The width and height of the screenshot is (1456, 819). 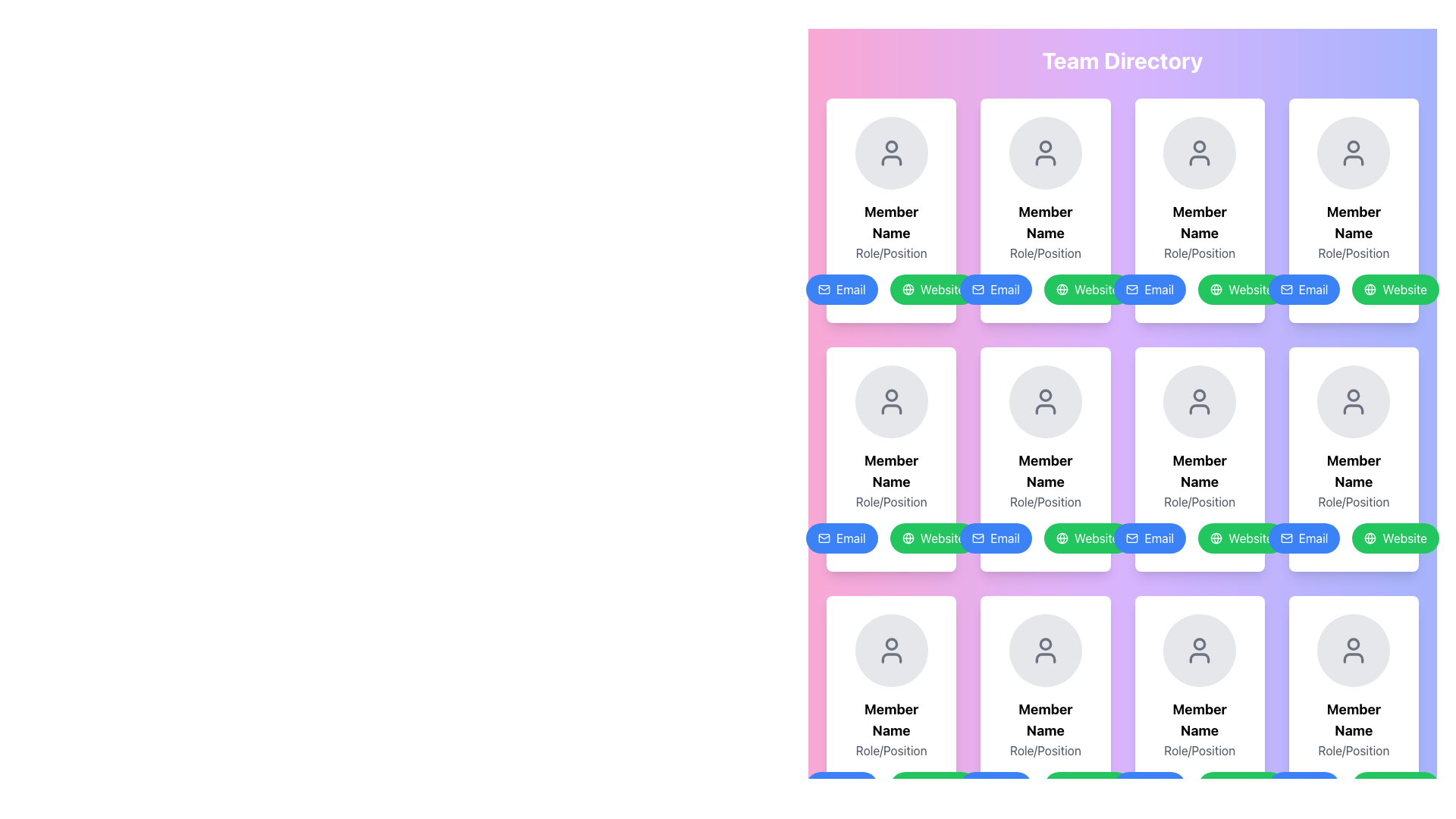 I want to click on the second button from the left in the last row of the button group associated with the member's card, so click(x=1199, y=289).